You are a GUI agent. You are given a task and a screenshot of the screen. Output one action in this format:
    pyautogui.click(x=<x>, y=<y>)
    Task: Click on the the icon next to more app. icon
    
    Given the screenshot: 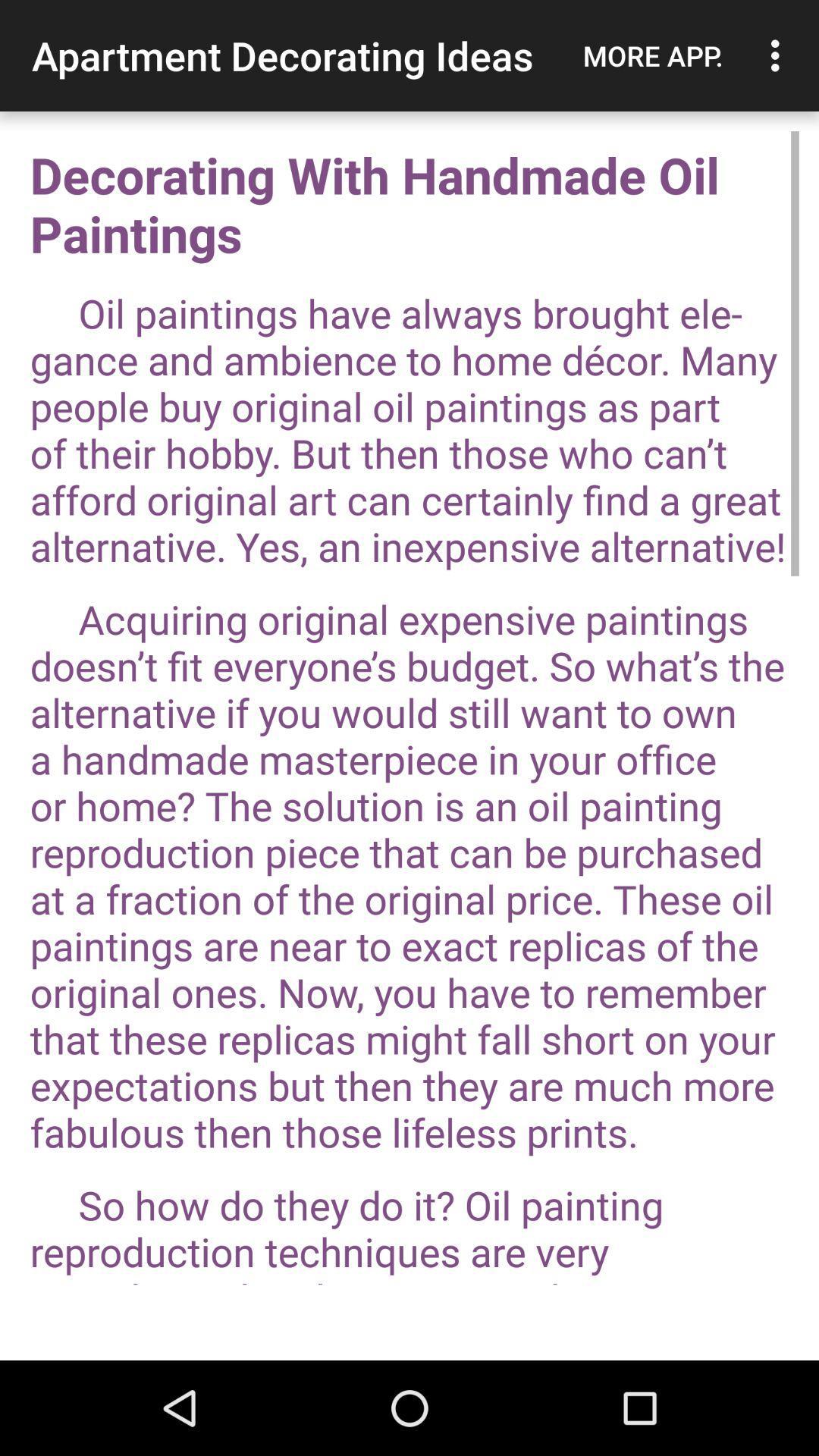 What is the action you would take?
    pyautogui.click(x=779, y=55)
    